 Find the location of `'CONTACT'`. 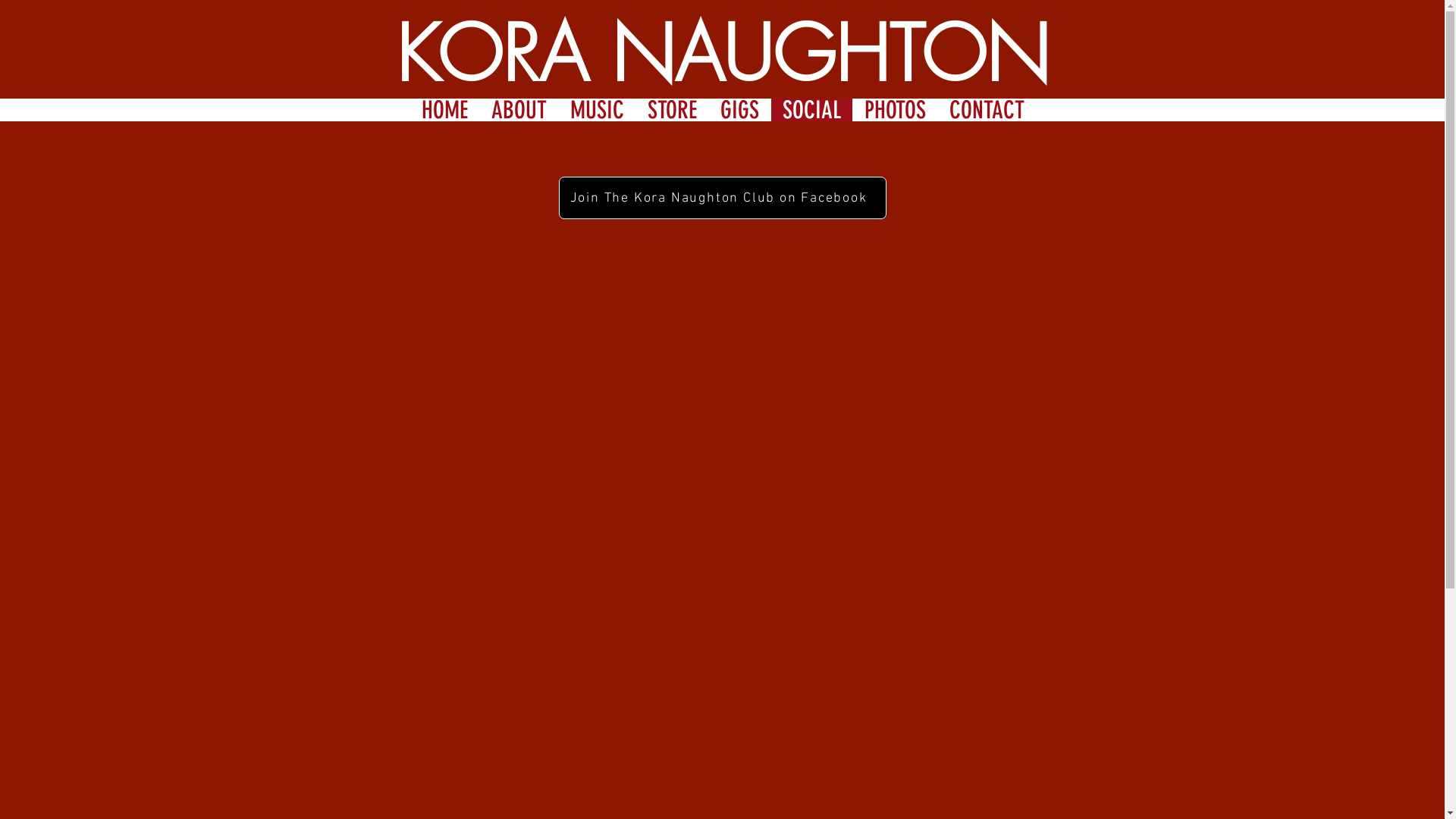

'CONTACT' is located at coordinates (986, 109).